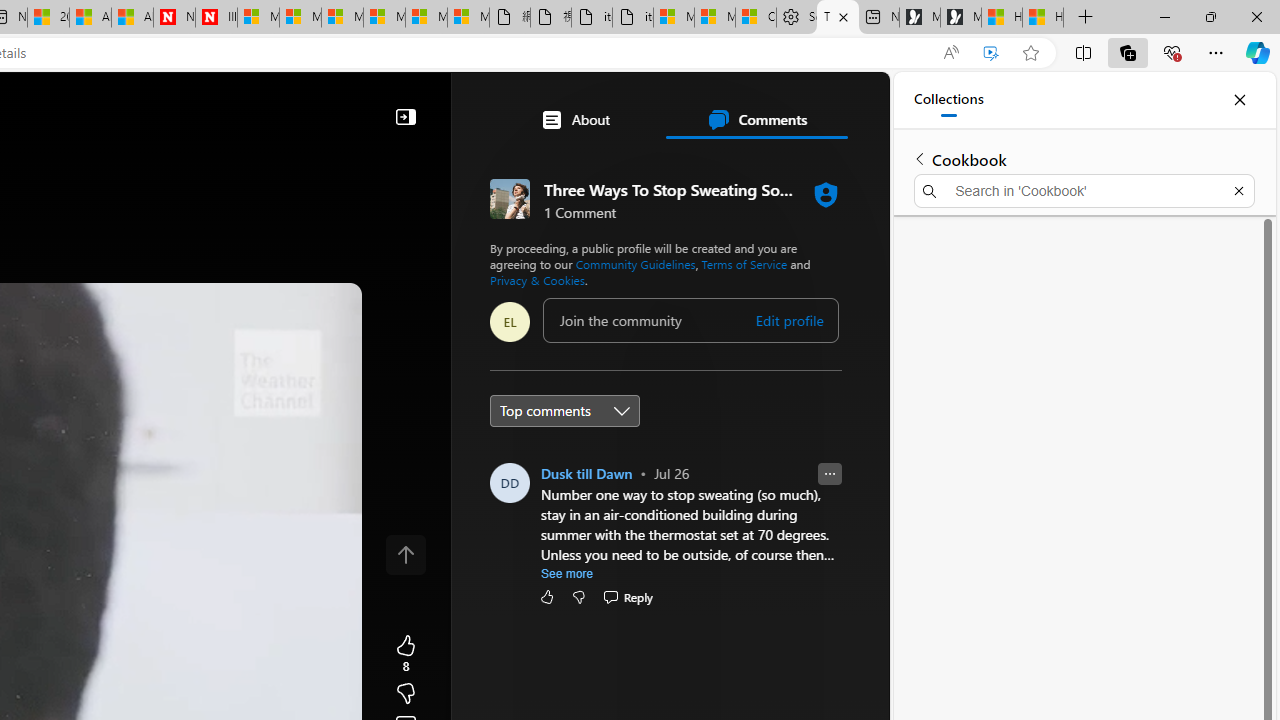 Image resolution: width=1280 pixels, height=720 pixels. Describe the element at coordinates (743, 263) in the screenshot. I see `'Terms of Service'` at that location.